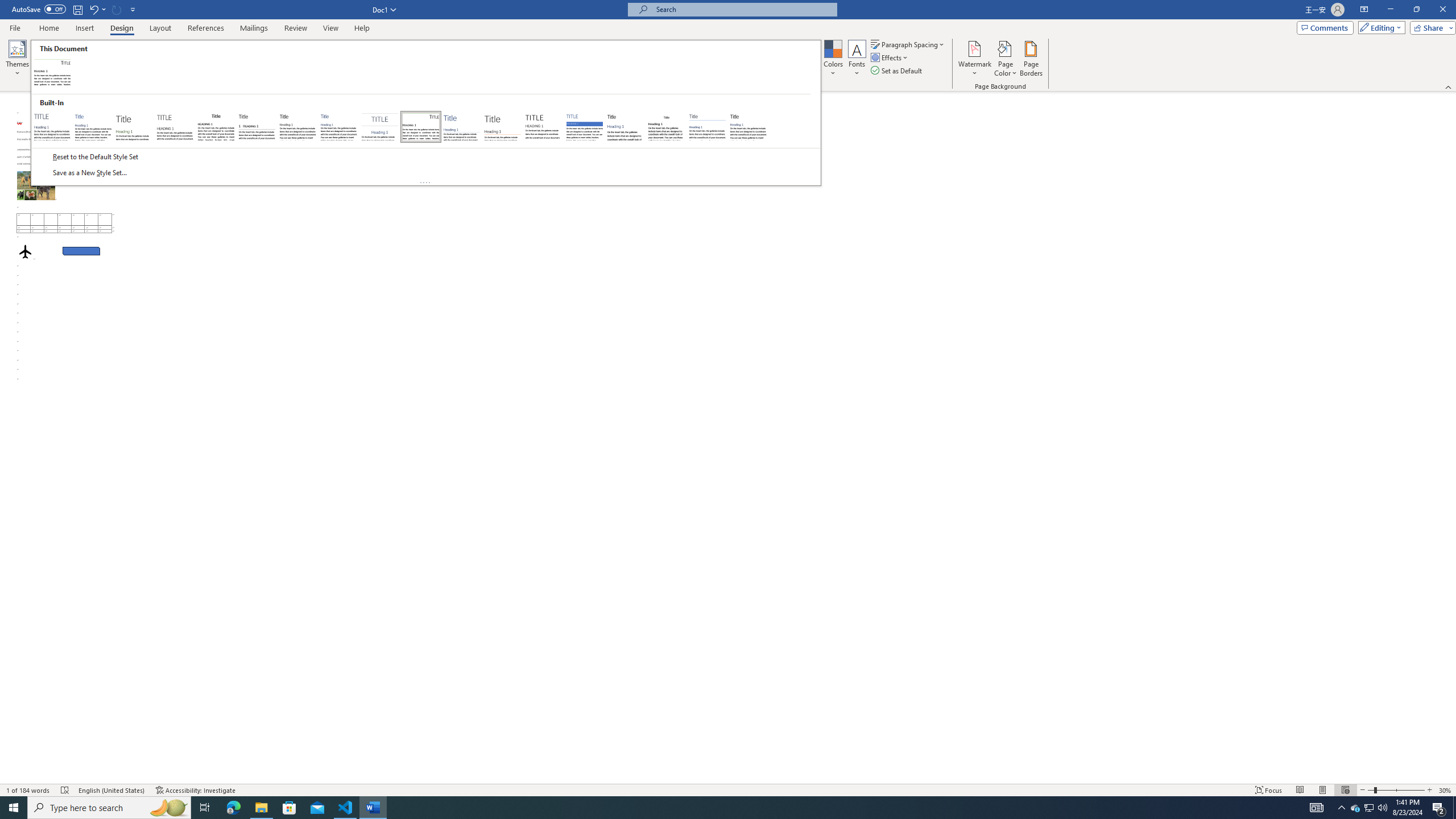  What do you see at coordinates (1031, 59) in the screenshot?
I see `'Page Borders...'` at bounding box center [1031, 59].